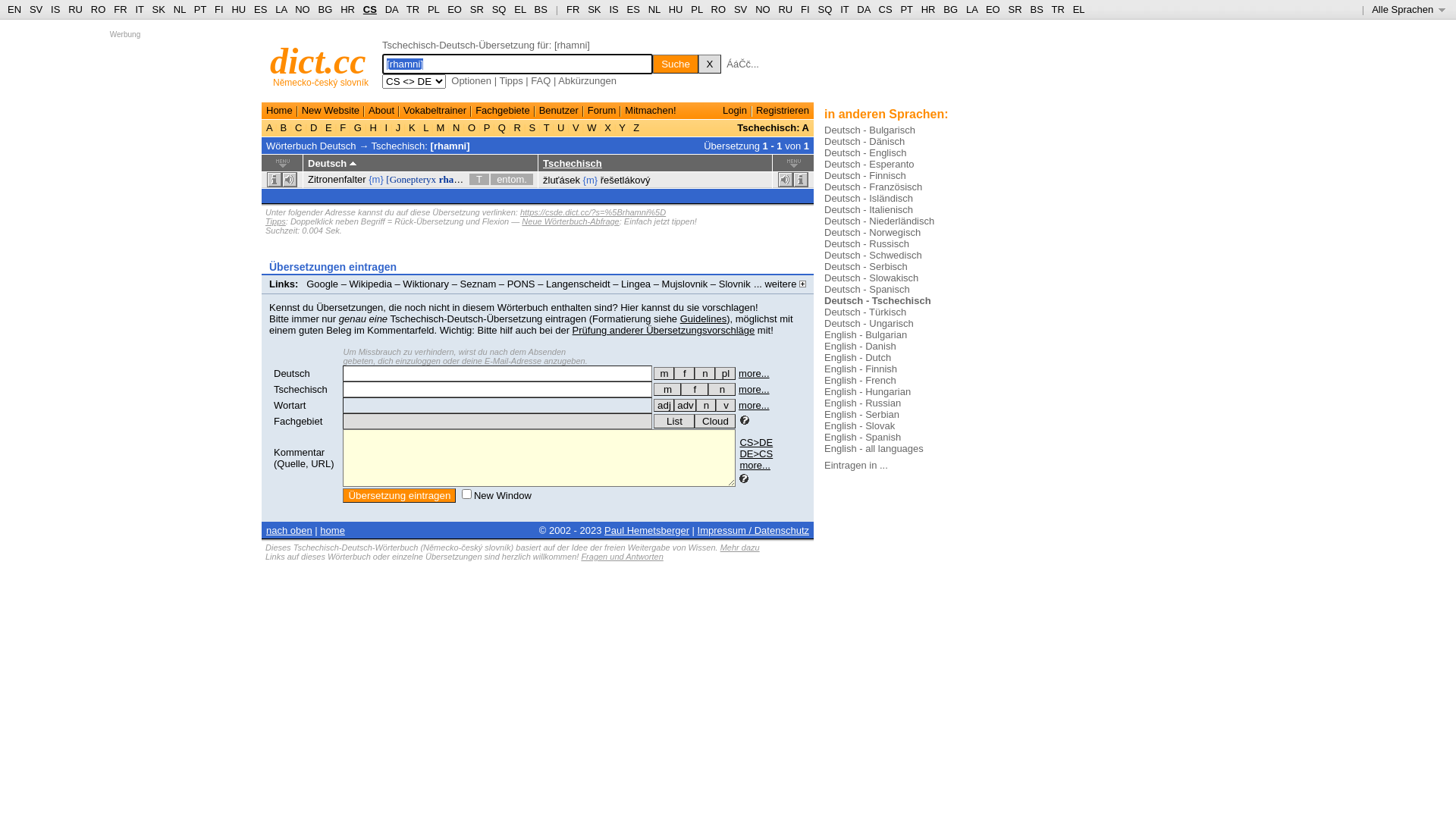 Image resolution: width=1456 pixels, height=819 pixels. Describe the element at coordinates (714, 421) in the screenshot. I see `'Cloud'` at that location.